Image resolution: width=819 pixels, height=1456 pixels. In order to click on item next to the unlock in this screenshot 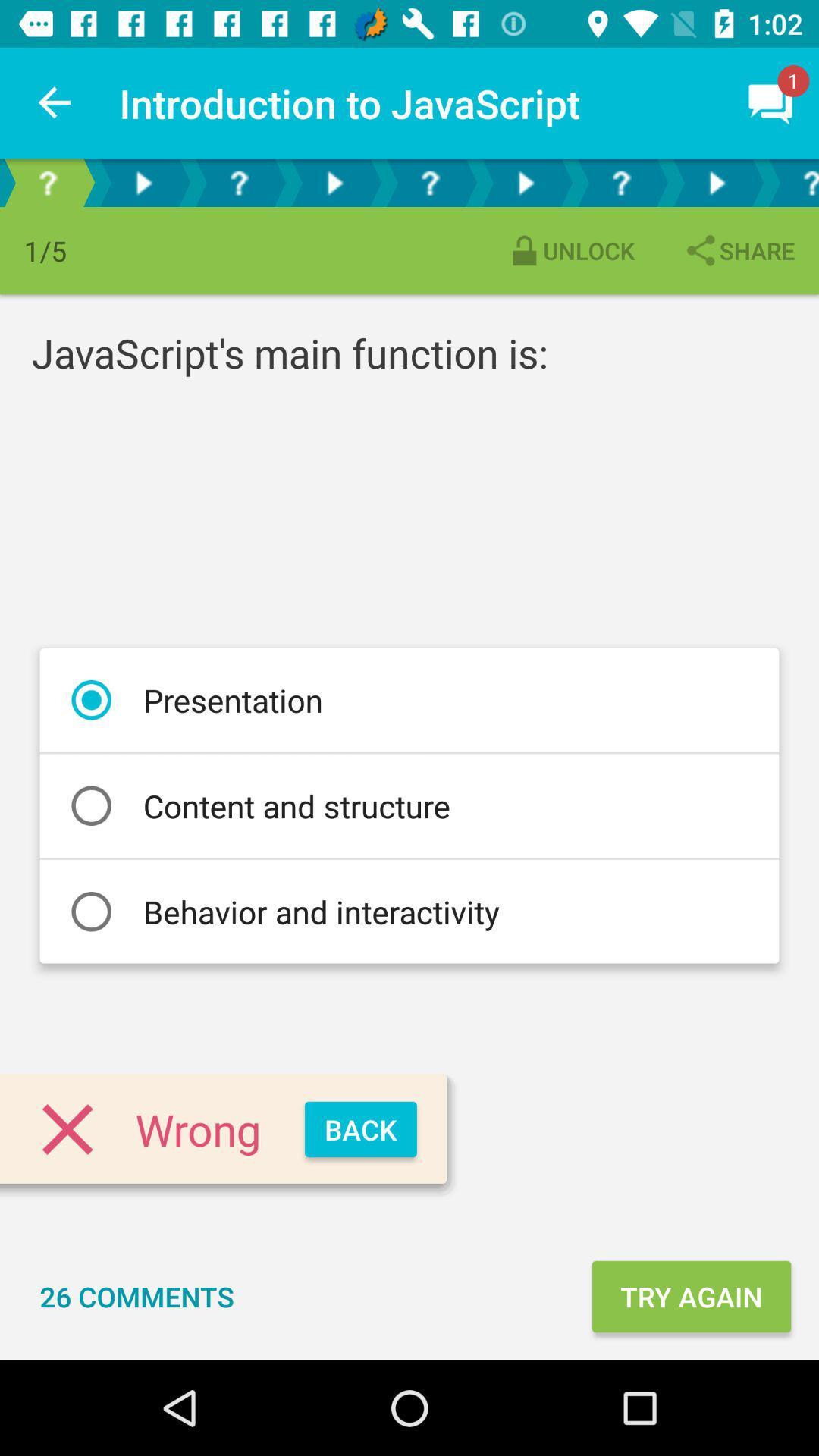, I will do `click(738, 250)`.